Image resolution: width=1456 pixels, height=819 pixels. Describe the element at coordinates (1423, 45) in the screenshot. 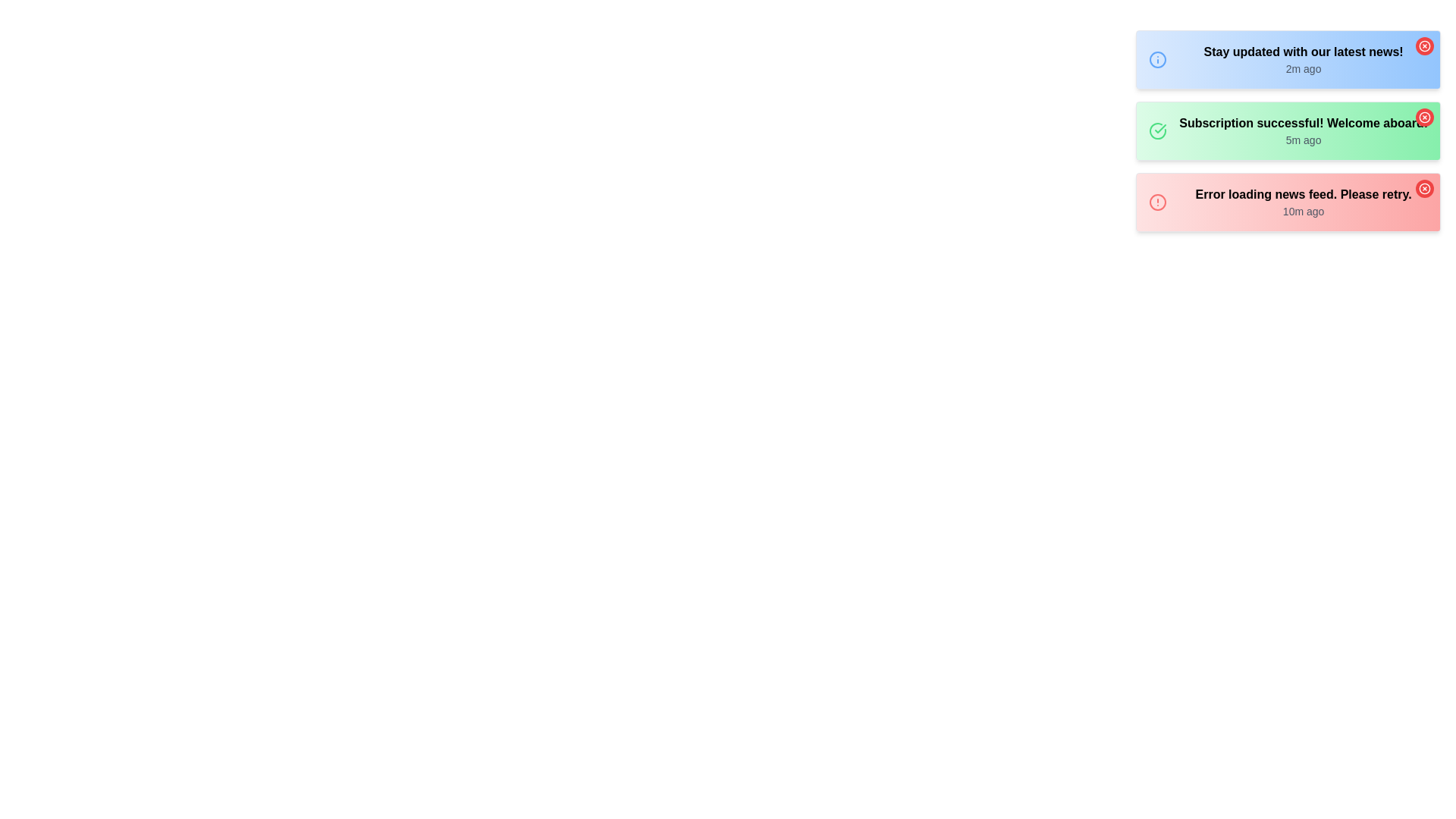

I see `the close button with an icon located at the top-right corner of the blue notification box titled 'Stay updated with our latest news!'` at that location.